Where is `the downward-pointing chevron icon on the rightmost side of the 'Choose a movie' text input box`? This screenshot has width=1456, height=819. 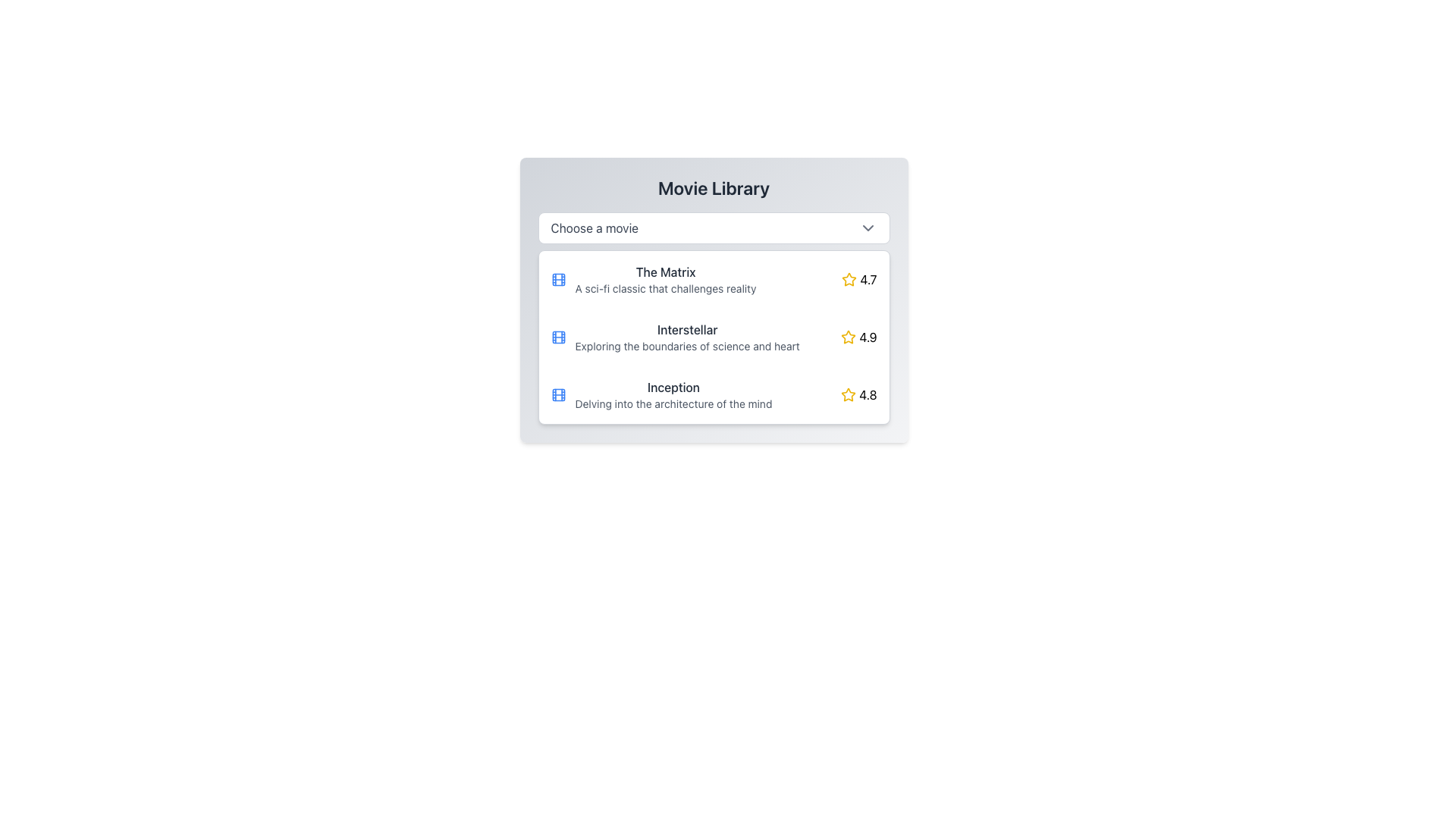
the downward-pointing chevron icon on the rightmost side of the 'Choose a movie' text input box is located at coordinates (868, 227).